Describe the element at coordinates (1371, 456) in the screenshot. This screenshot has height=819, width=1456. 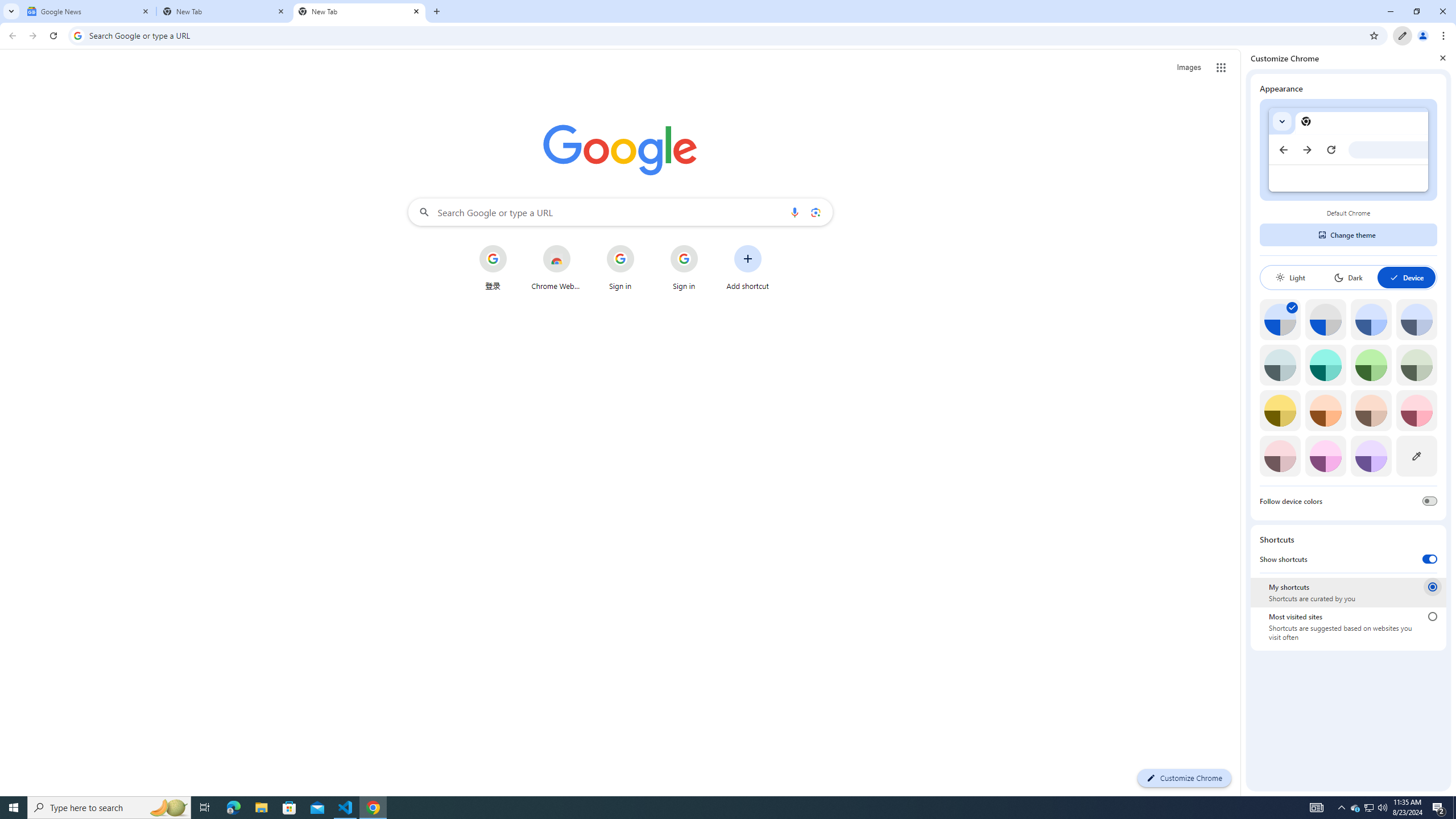
I see `'Violet'` at that location.